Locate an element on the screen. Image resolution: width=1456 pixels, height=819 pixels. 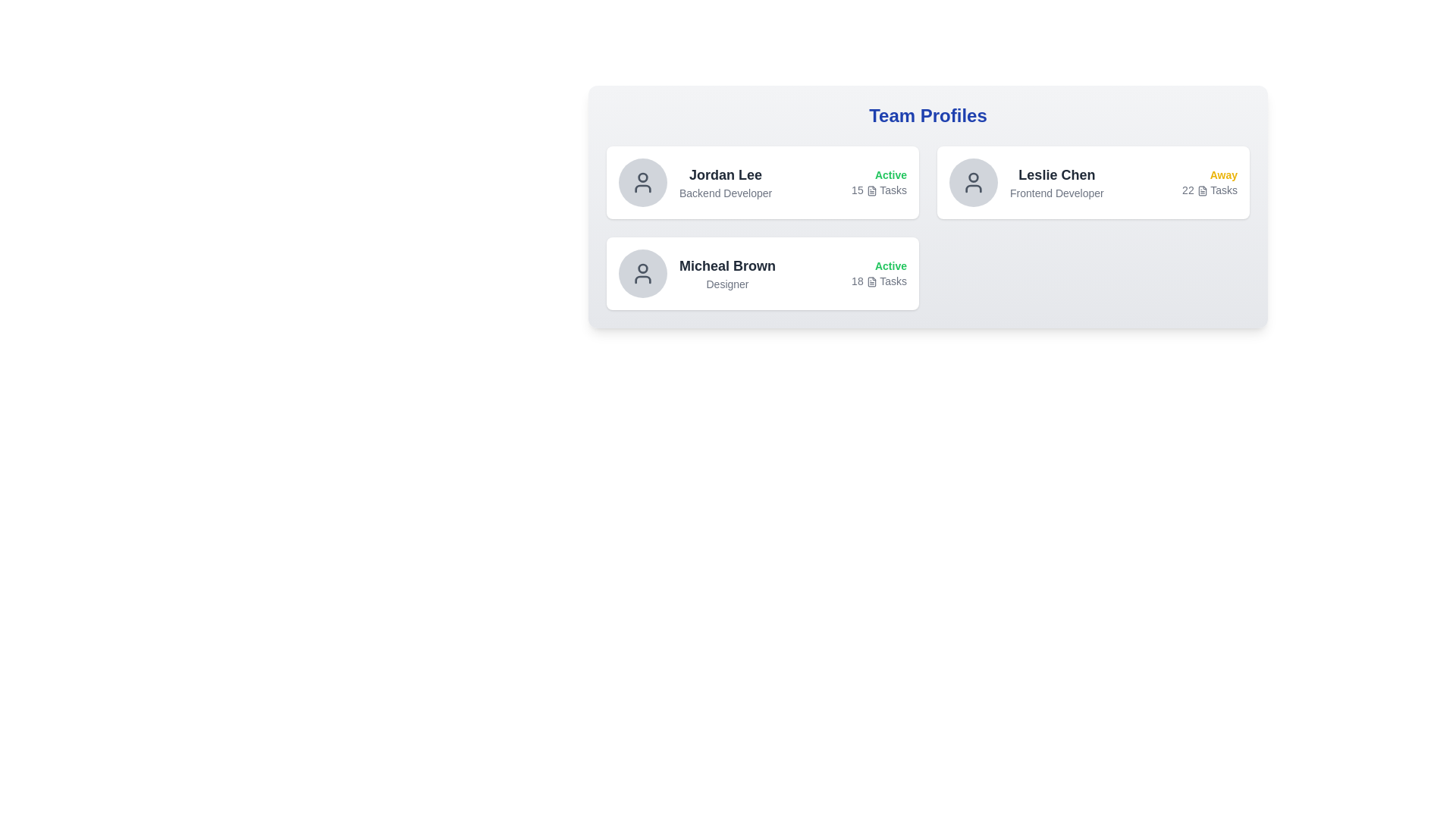
the Text label displaying the team member's name located in the second card of the 'Team Profiles' section, above the 'Frontend Developer' label is located at coordinates (1056, 174).